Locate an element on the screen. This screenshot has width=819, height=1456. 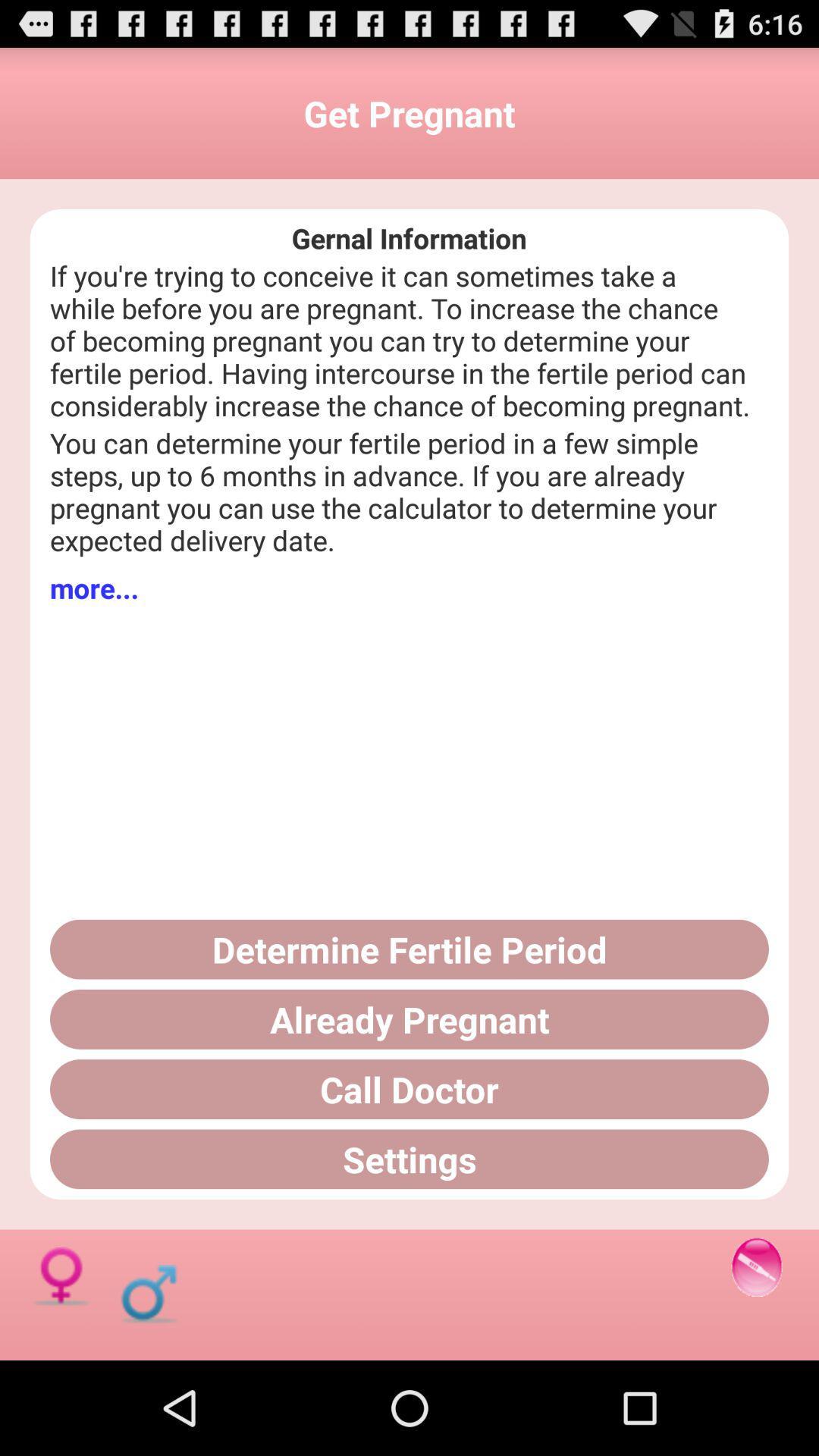
the call doctor button is located at coordinates (409, 1088).